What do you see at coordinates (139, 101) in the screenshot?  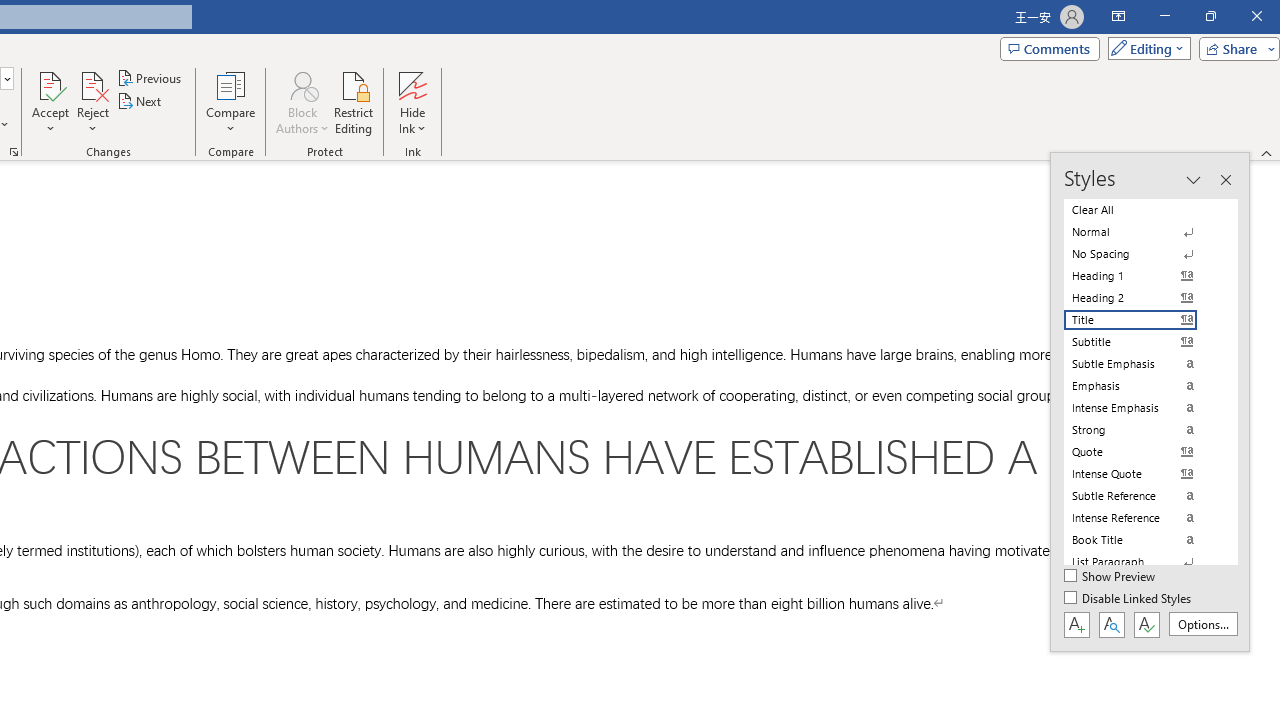 I see `'Next'` at bounding box center [139, 101].